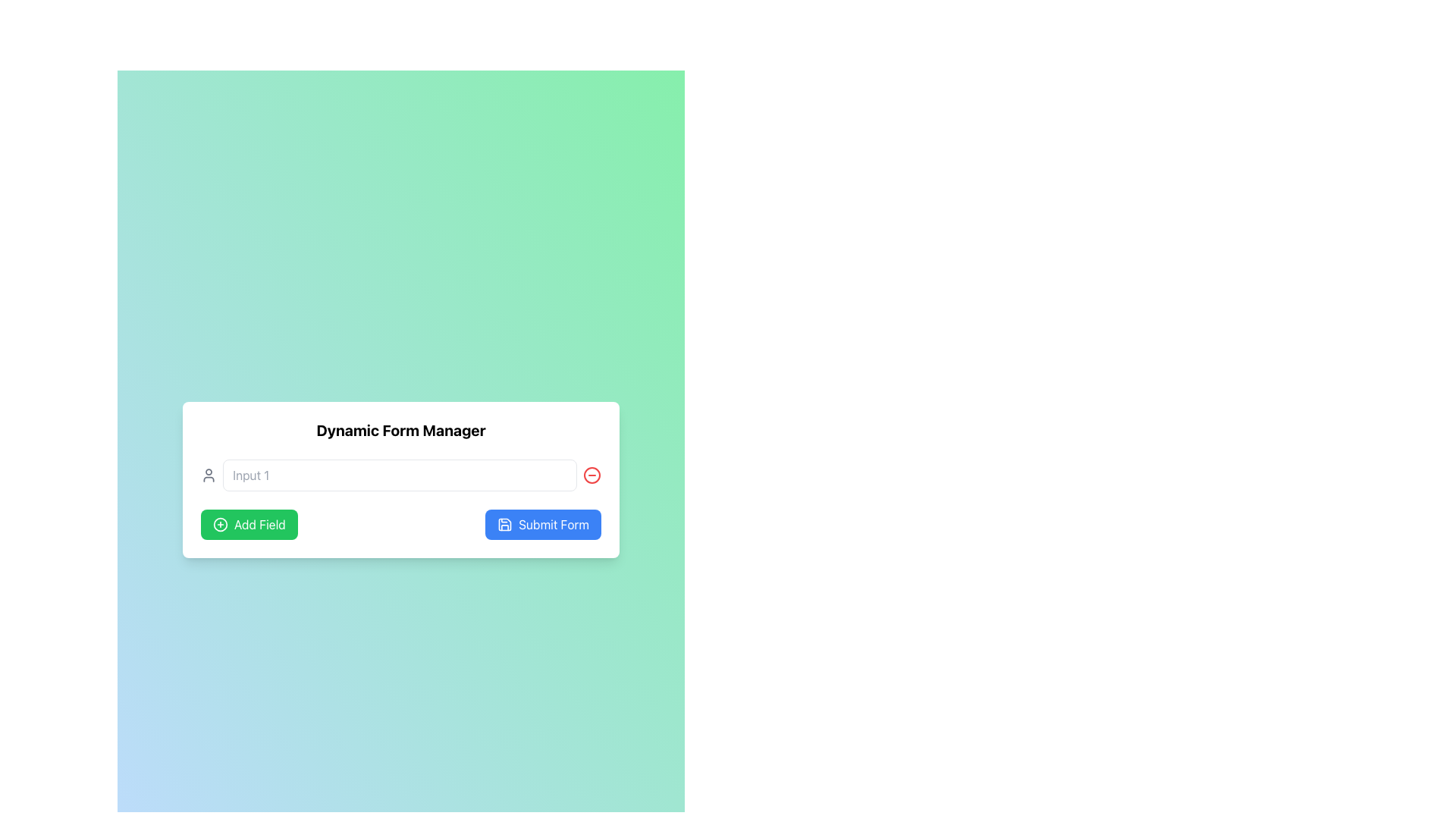 The image size is (1456, 819). What do you see at coordinates (505, 523) in the screenshot?
I see `the save icon, which is styled with an outline design resembling a floppy disk, located to the left of the text 'Submit Form' within a rounded blue button at the bottom right corner of the form interface` at bounding box center [505, 523].